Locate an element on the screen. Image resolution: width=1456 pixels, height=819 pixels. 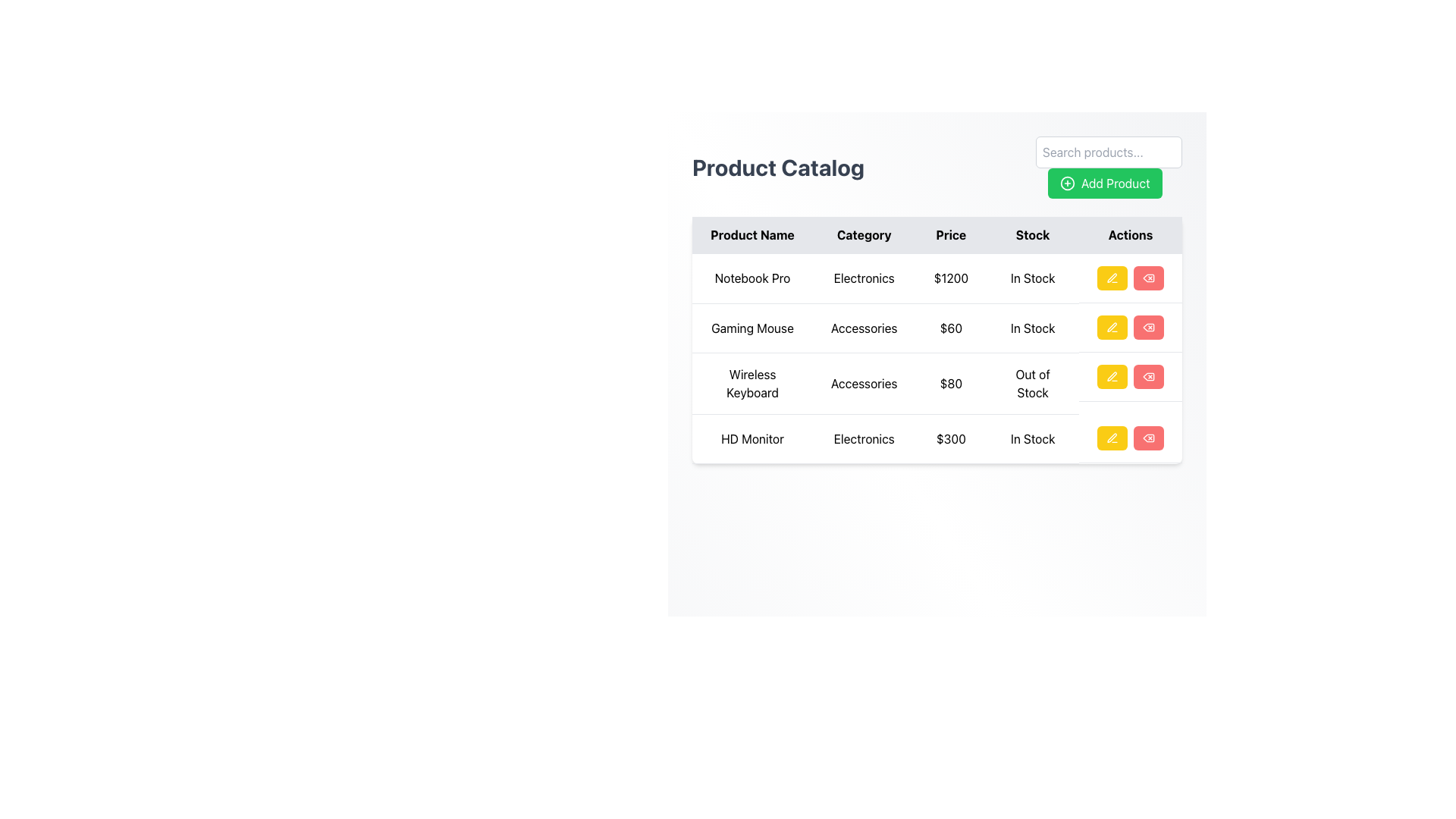
the Delete Button in the 'Actions' column is located at coordinates (1149, 376).